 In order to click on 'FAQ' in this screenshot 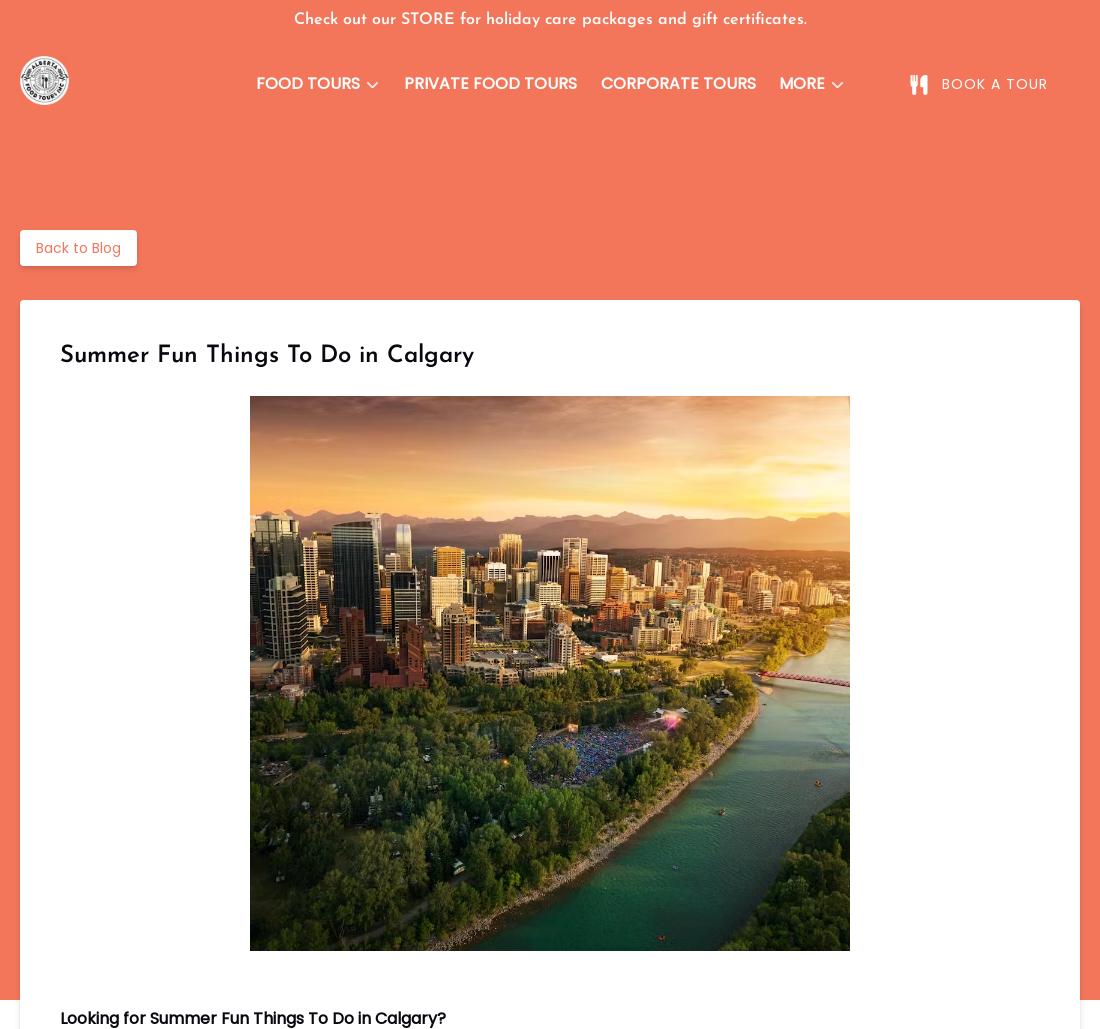, I will do `click(633, 270)`.